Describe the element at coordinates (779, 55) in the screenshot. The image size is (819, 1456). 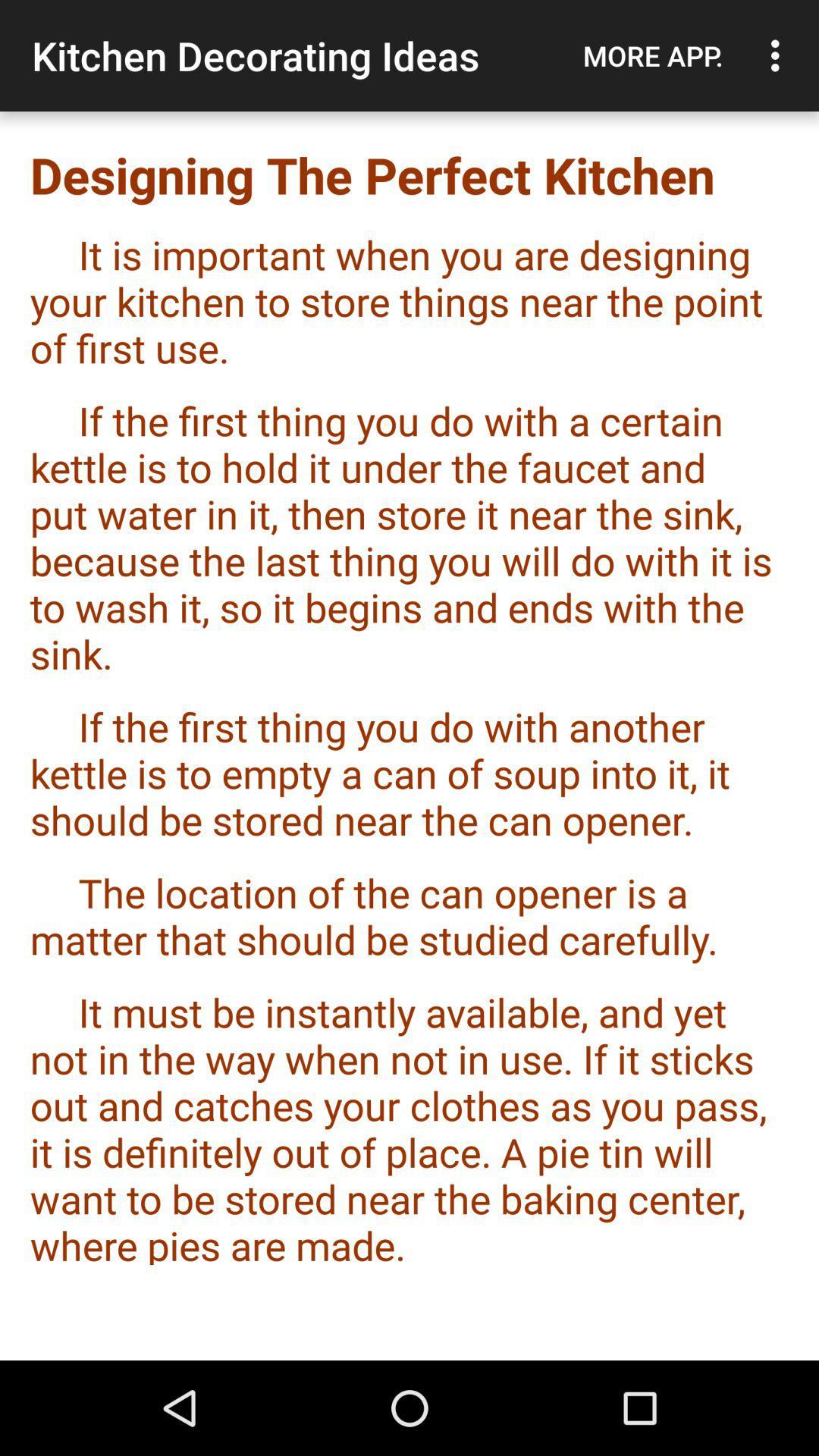
I see `the icon to the right of the more app.` at that location.